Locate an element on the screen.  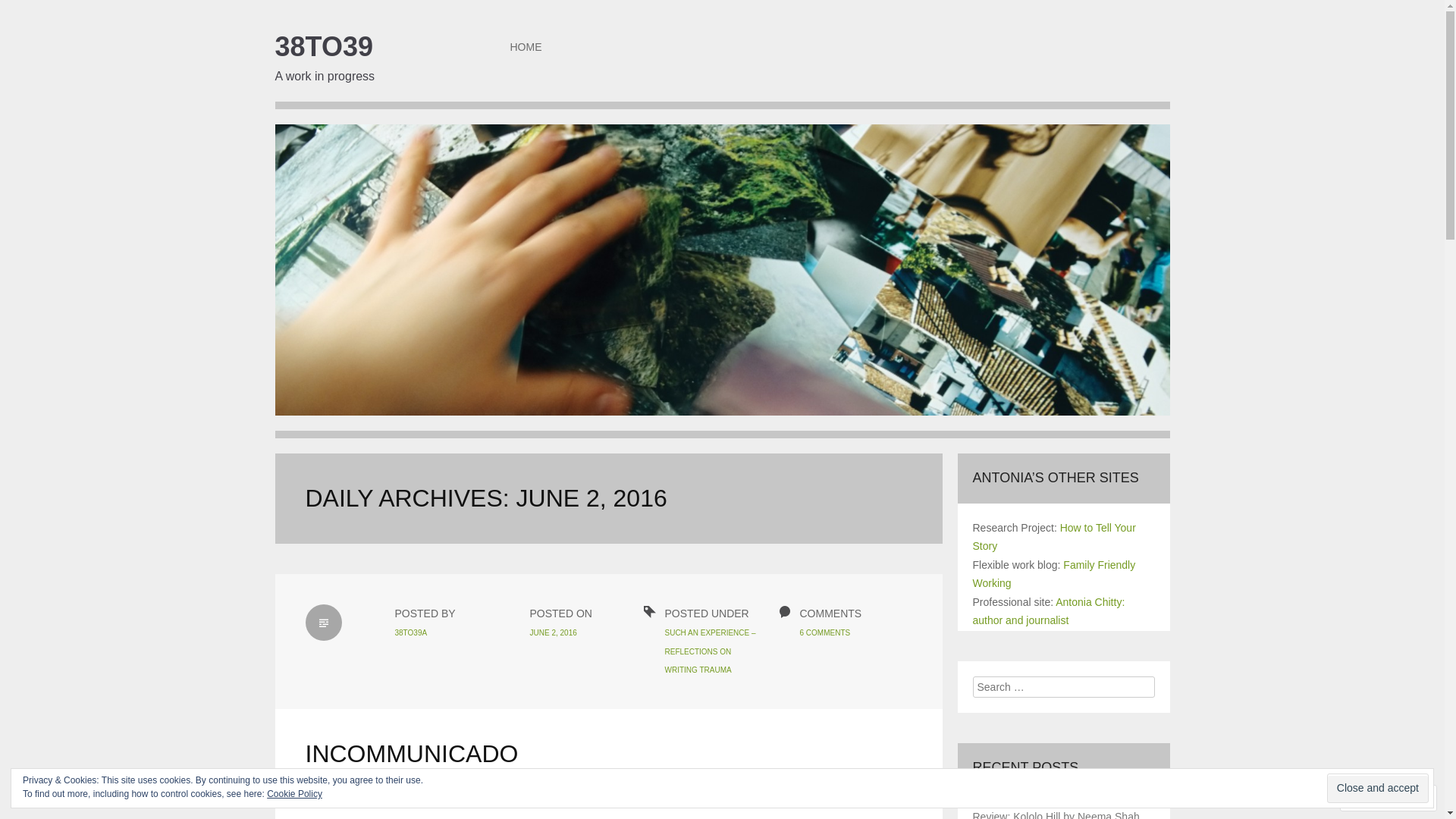
'Family Friendly Working' is located at coordinates (1053, 574).